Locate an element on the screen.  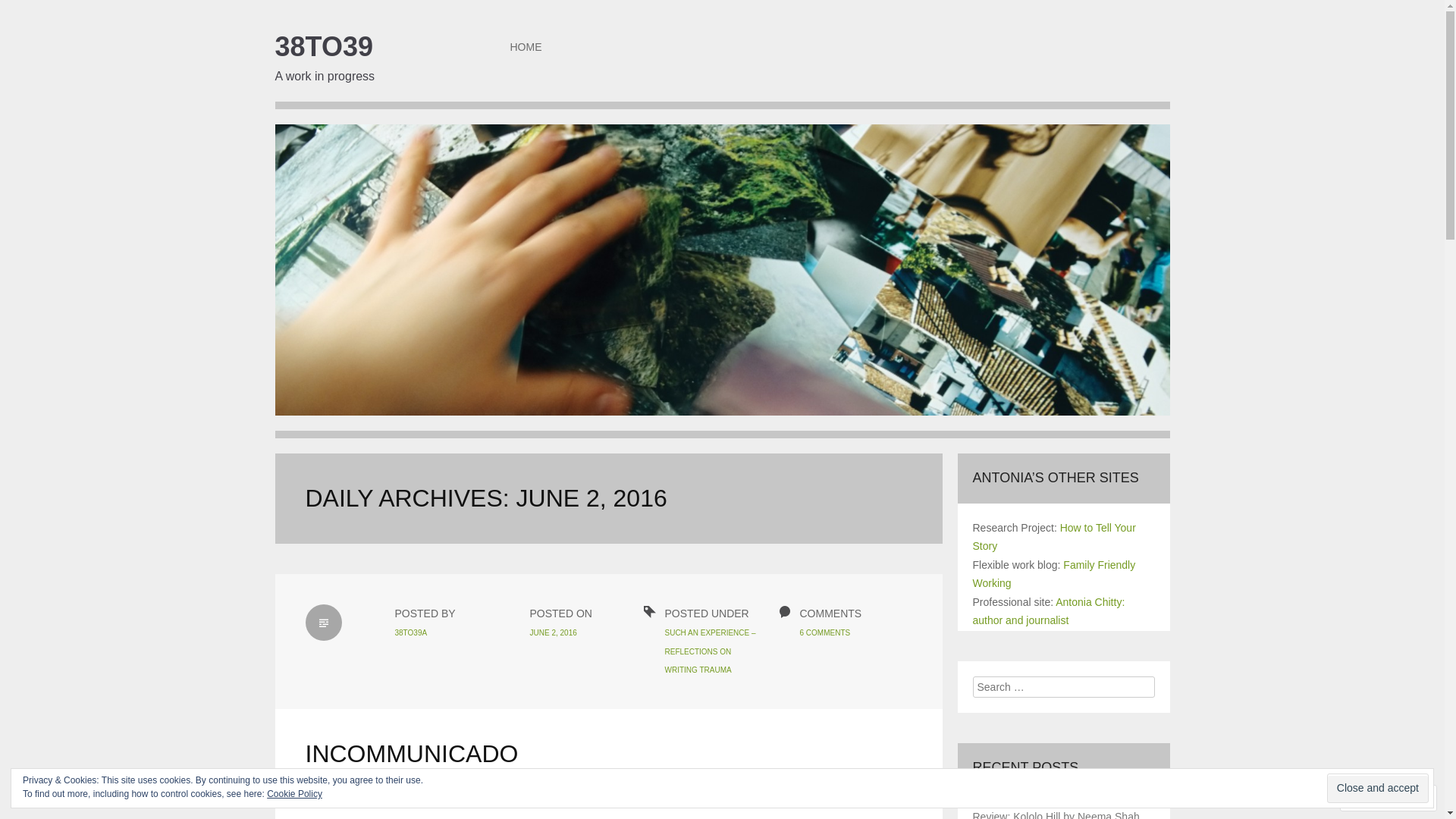
'Family Friendly Working' is located at coordinates (1053, 574).